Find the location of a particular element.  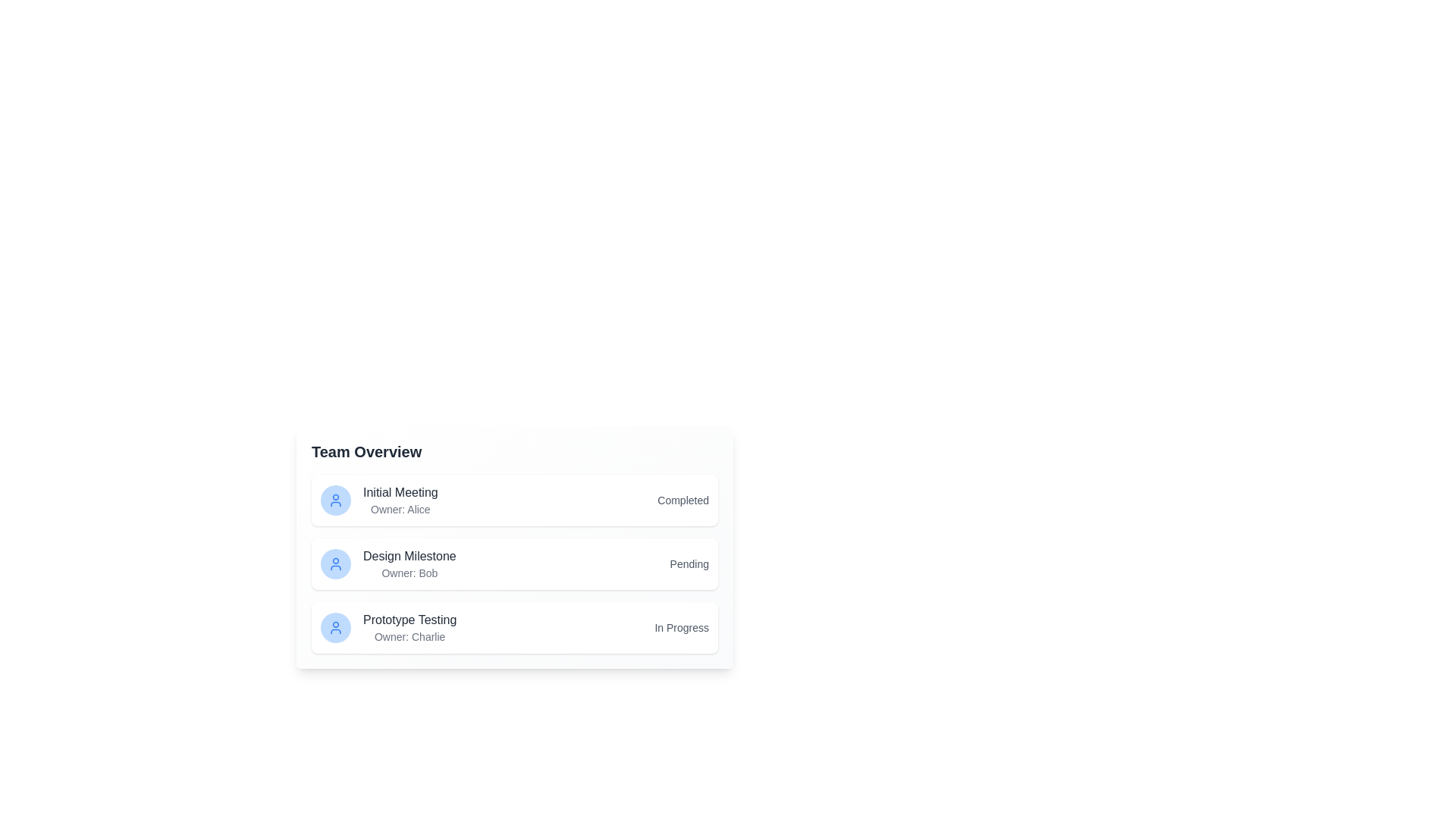

the Textual Display Component that shows task or milestone name and owner information, located to the right of a light blue circular avatar icon and before a status indicator labeled 'Pending' is located at coordinates (409, 564).